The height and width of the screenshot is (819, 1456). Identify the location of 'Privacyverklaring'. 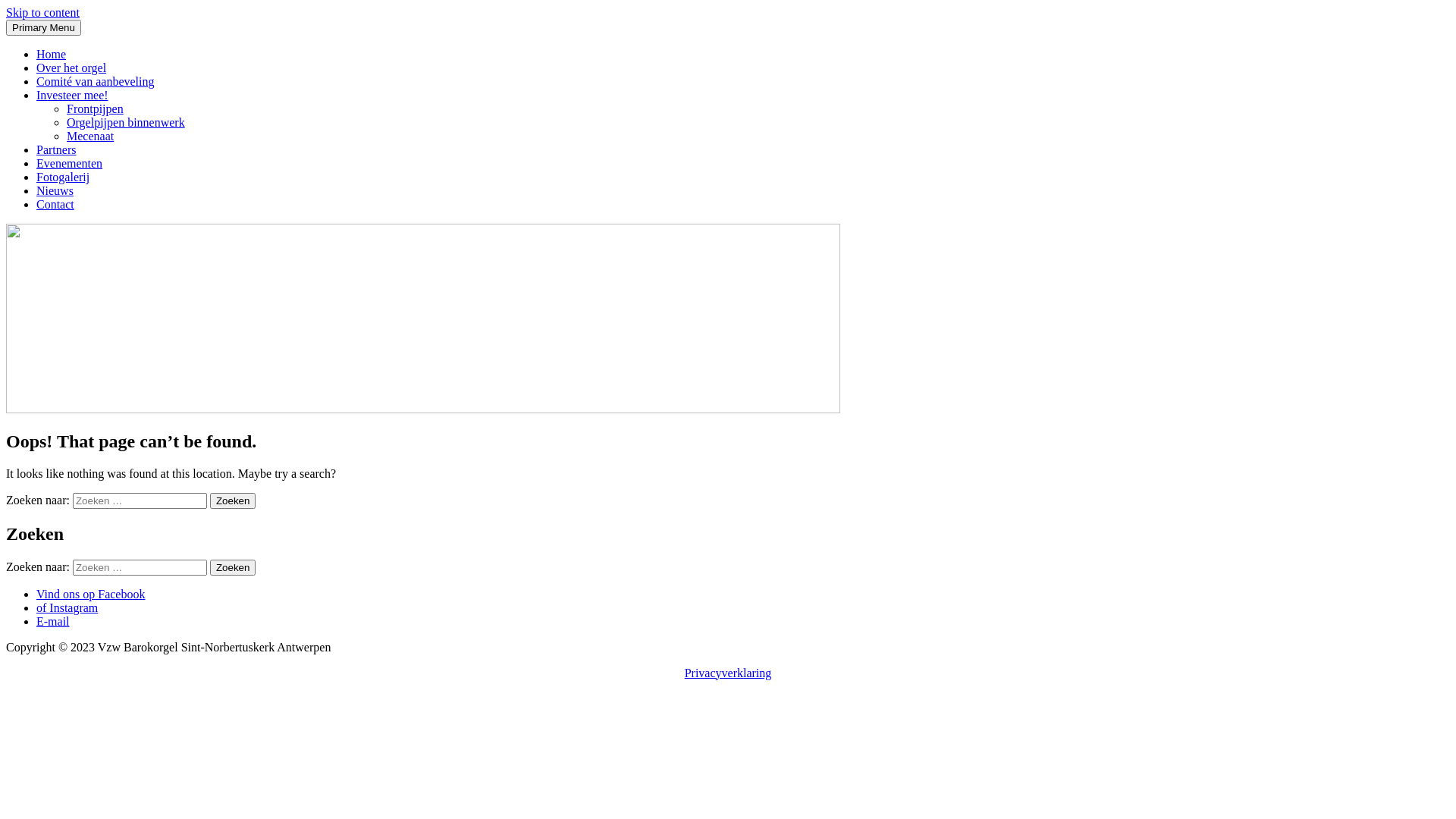
(728, 672).